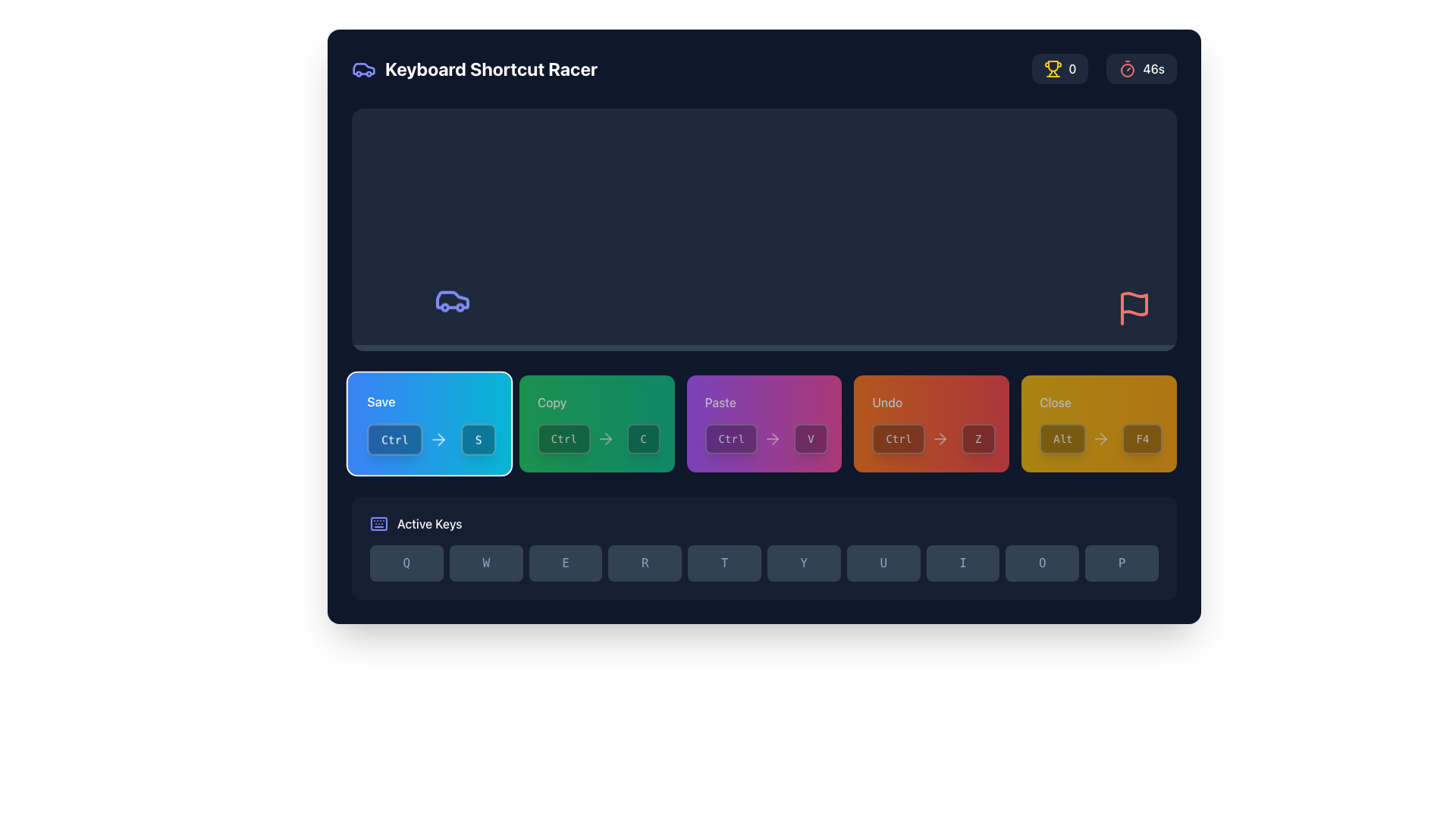 The width and height of the screenshot is (1456, 819). What do you see at coordinates (438, 439) in the screenshot?
I see `the right-facing arrow icon inside the blue box labeled 'Save', positioned between the 'Ctrl' button and the 'S' button` at bounding box center [438, 439].